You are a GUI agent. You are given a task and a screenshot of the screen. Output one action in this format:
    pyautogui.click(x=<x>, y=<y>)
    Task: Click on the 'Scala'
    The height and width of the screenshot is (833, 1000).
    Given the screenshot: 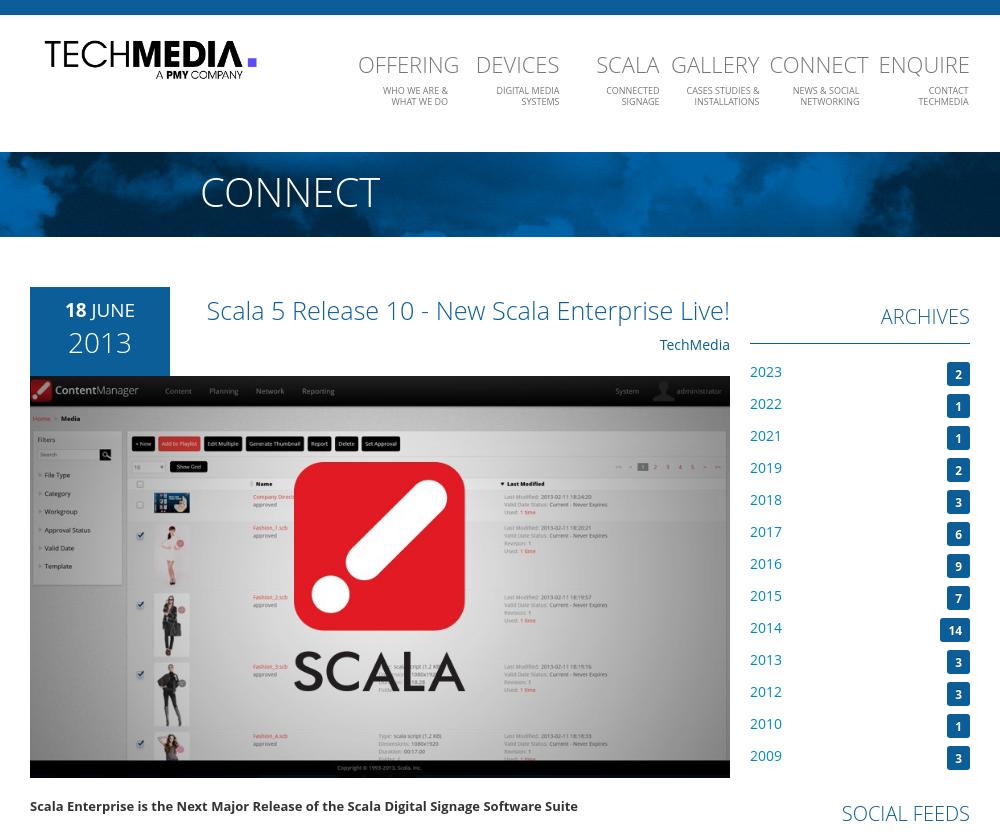 What is the action you would take?
    pyautogui.click(x=627, y=62)
    